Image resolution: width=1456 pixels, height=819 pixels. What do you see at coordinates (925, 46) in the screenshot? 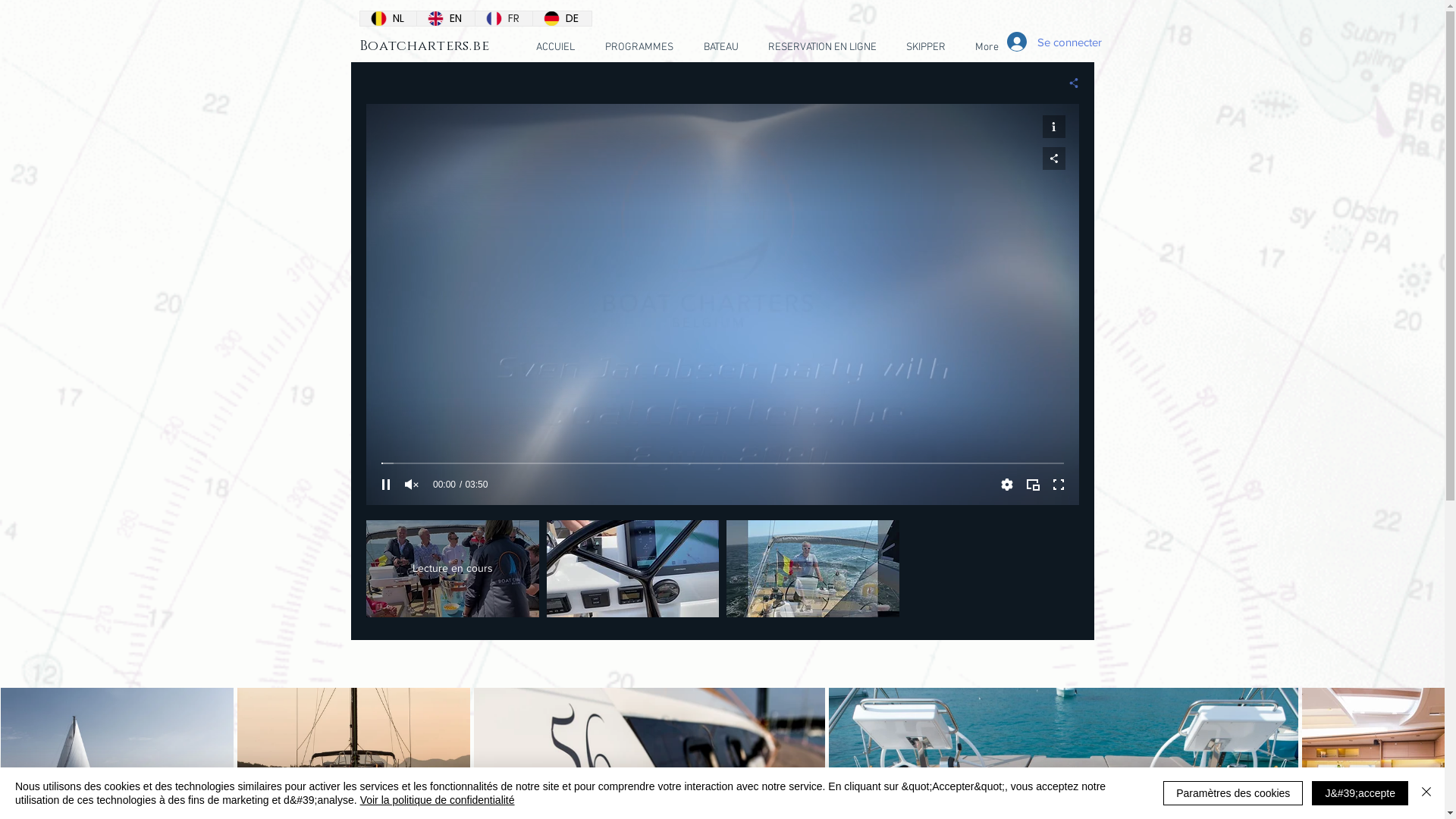
I see `'SKIPPER'` at bounding box center [925, 46].